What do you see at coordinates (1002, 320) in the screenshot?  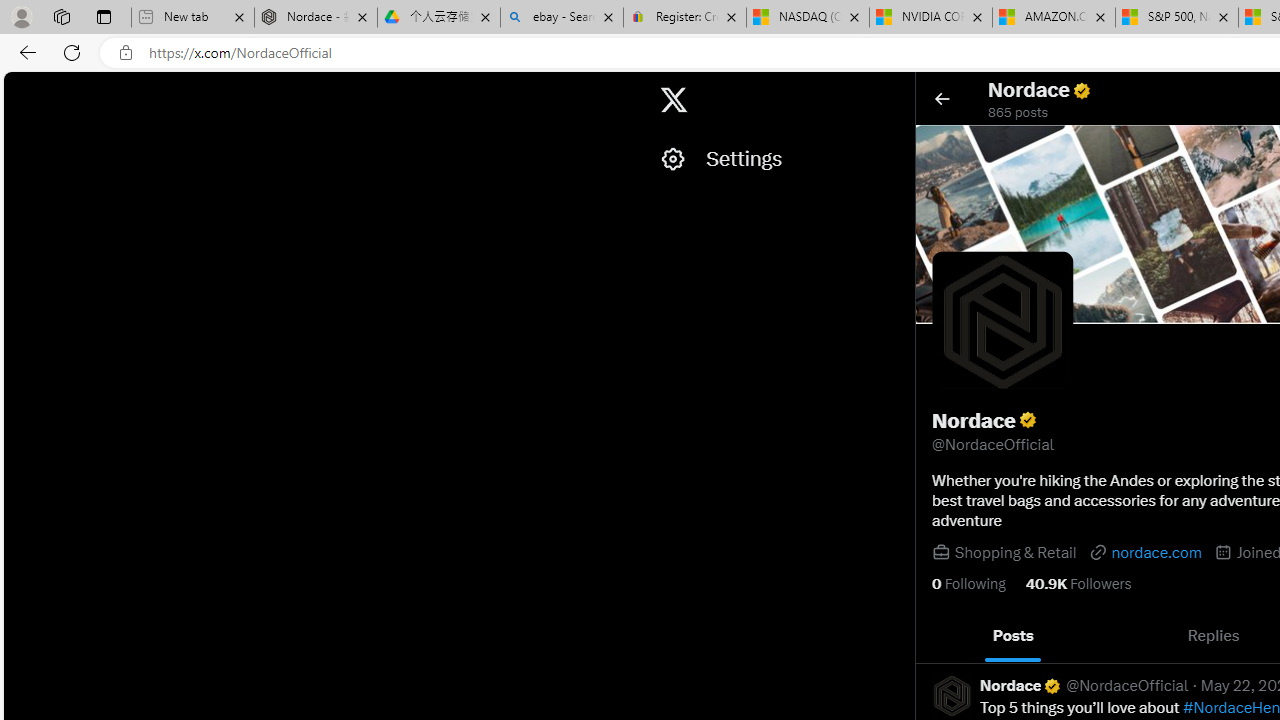 I see `'Square profile picture and Opens profile photo'` at bounding box center [1002, 320].